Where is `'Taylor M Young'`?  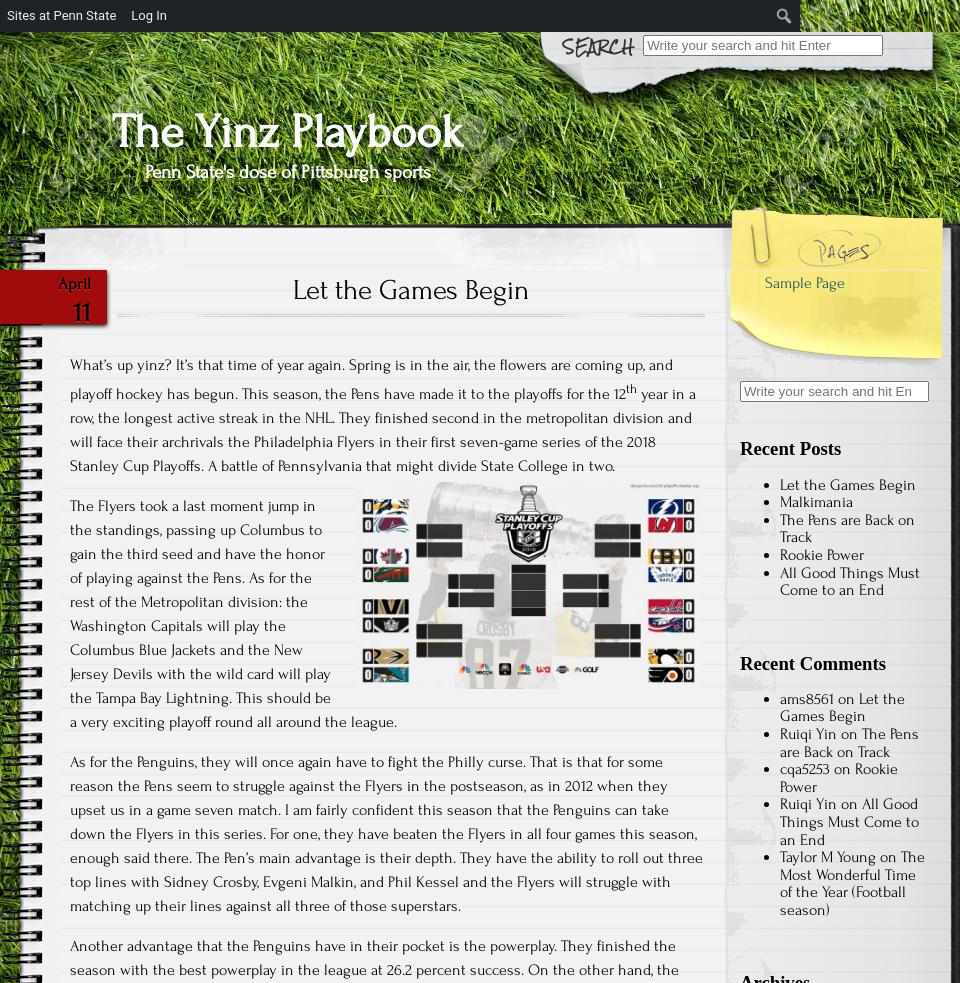
'Taylor M Young' is located at coordinates (828, 856).